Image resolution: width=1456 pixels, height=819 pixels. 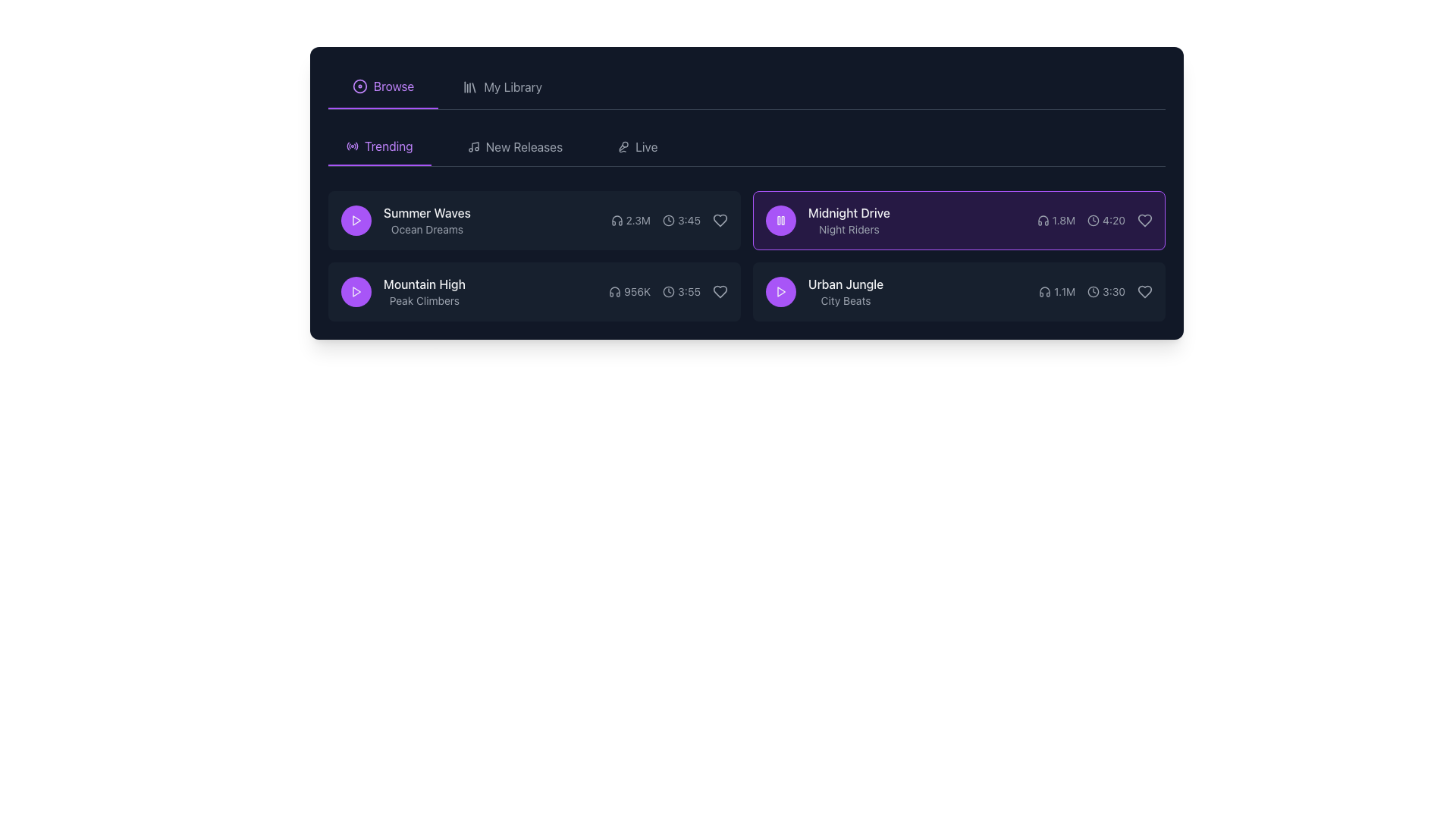 What do you see at coordinates (848, 230) in the screenshot?
I see `displayed text label located beneath the main title 'Midnight Drive' within the card` at bounding box center [848, 230].